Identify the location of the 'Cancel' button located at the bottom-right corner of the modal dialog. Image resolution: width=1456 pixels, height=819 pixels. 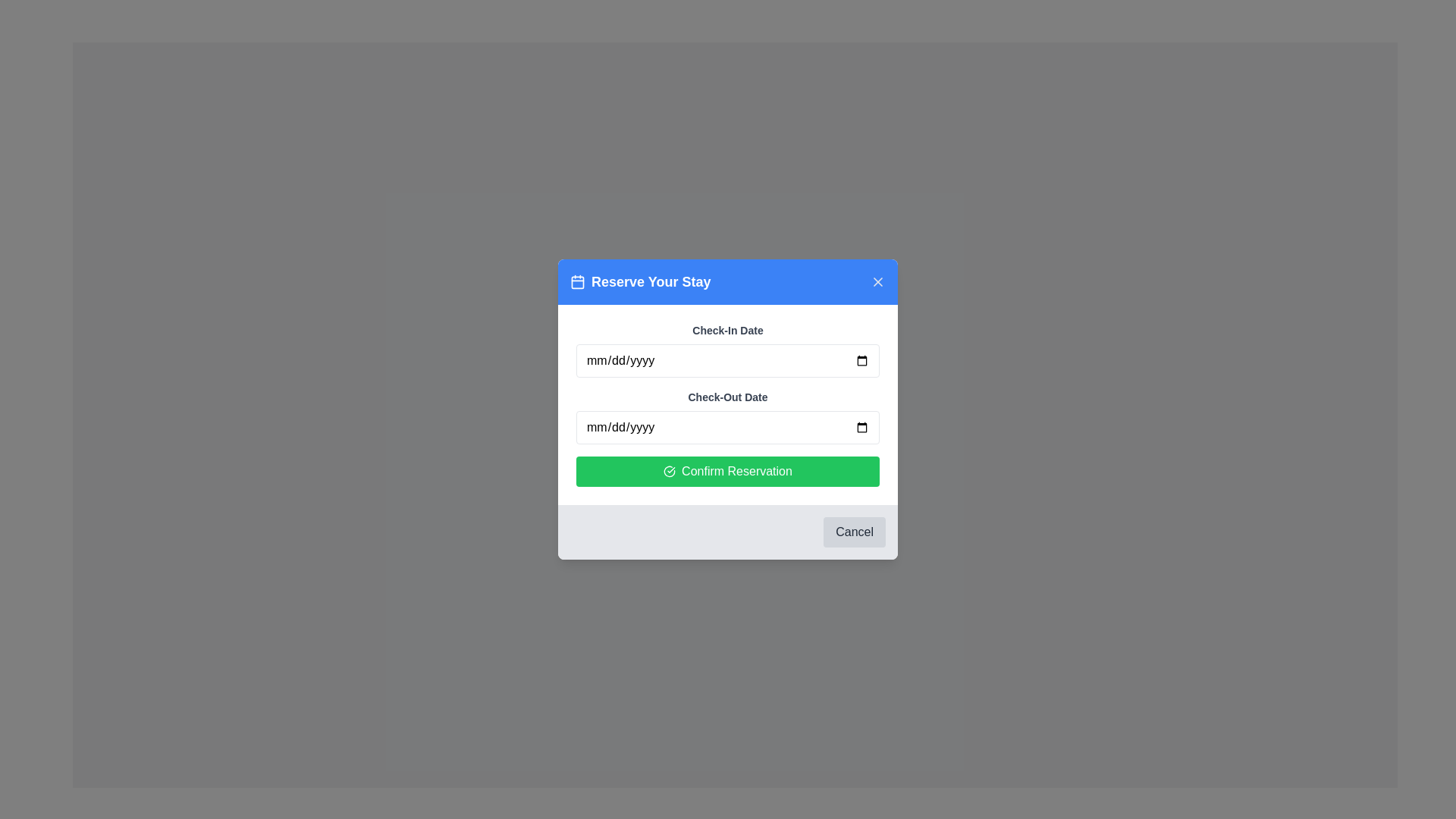
(855, 532).